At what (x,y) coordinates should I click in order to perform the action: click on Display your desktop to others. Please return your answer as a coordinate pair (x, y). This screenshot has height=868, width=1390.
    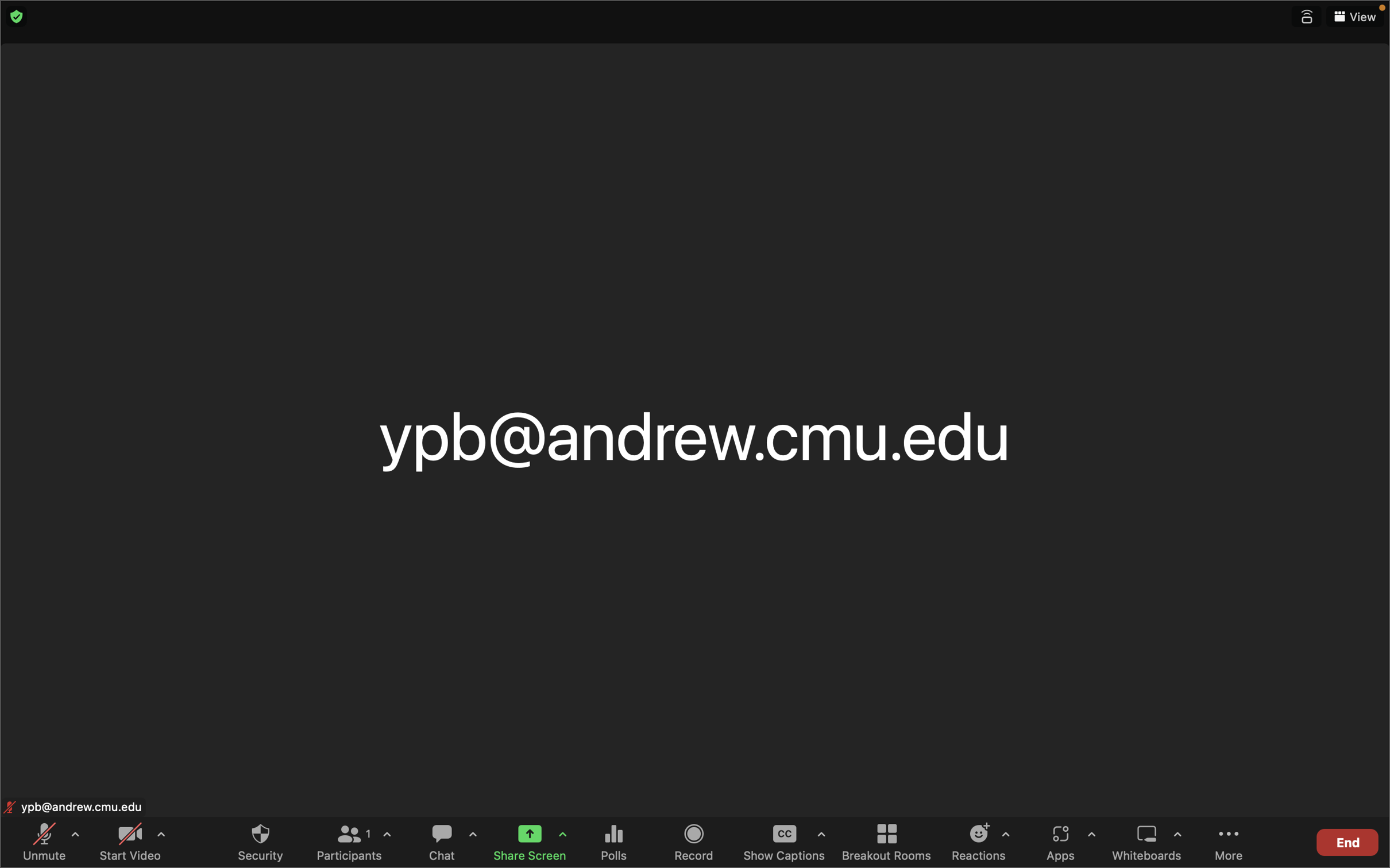
    Looking at the image, I should click on (526, 840).